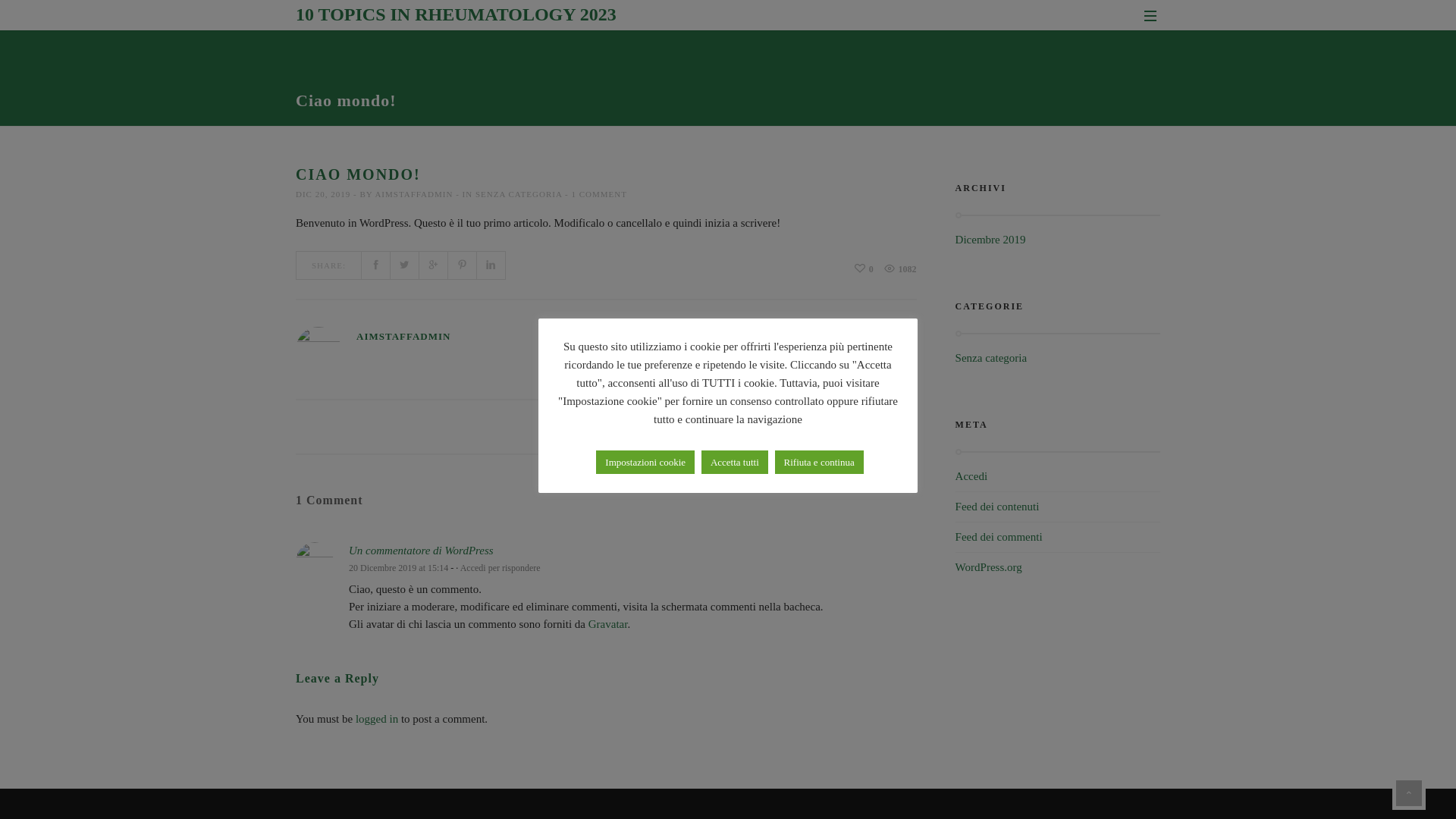  I want to click on 'Impostazioni cookie', so click(645, 461).